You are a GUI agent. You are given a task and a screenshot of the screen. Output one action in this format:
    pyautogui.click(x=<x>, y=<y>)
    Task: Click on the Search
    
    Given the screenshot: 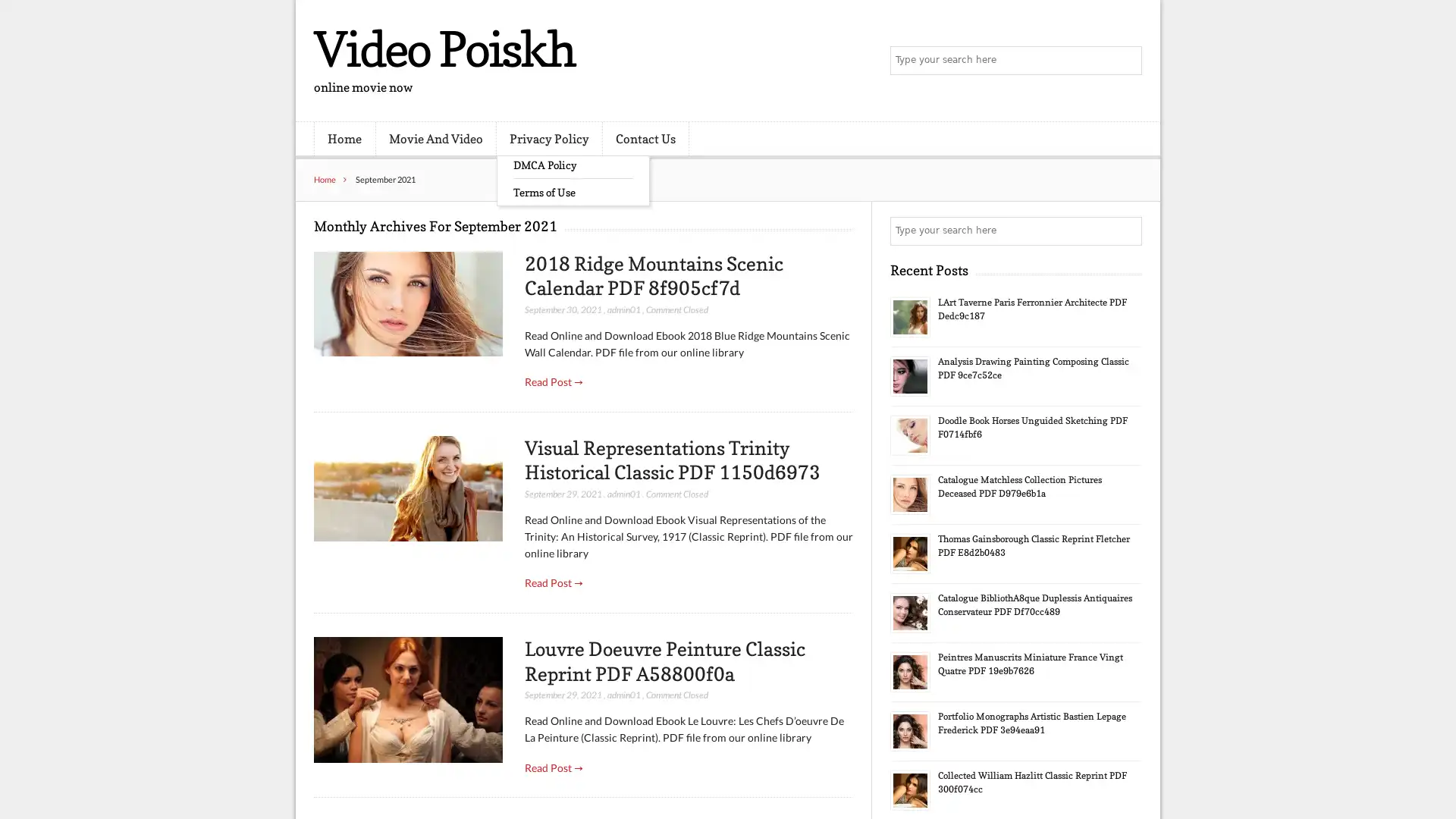 What is the action you would take?
    pyautogui.click(x=1126, y=61)
    